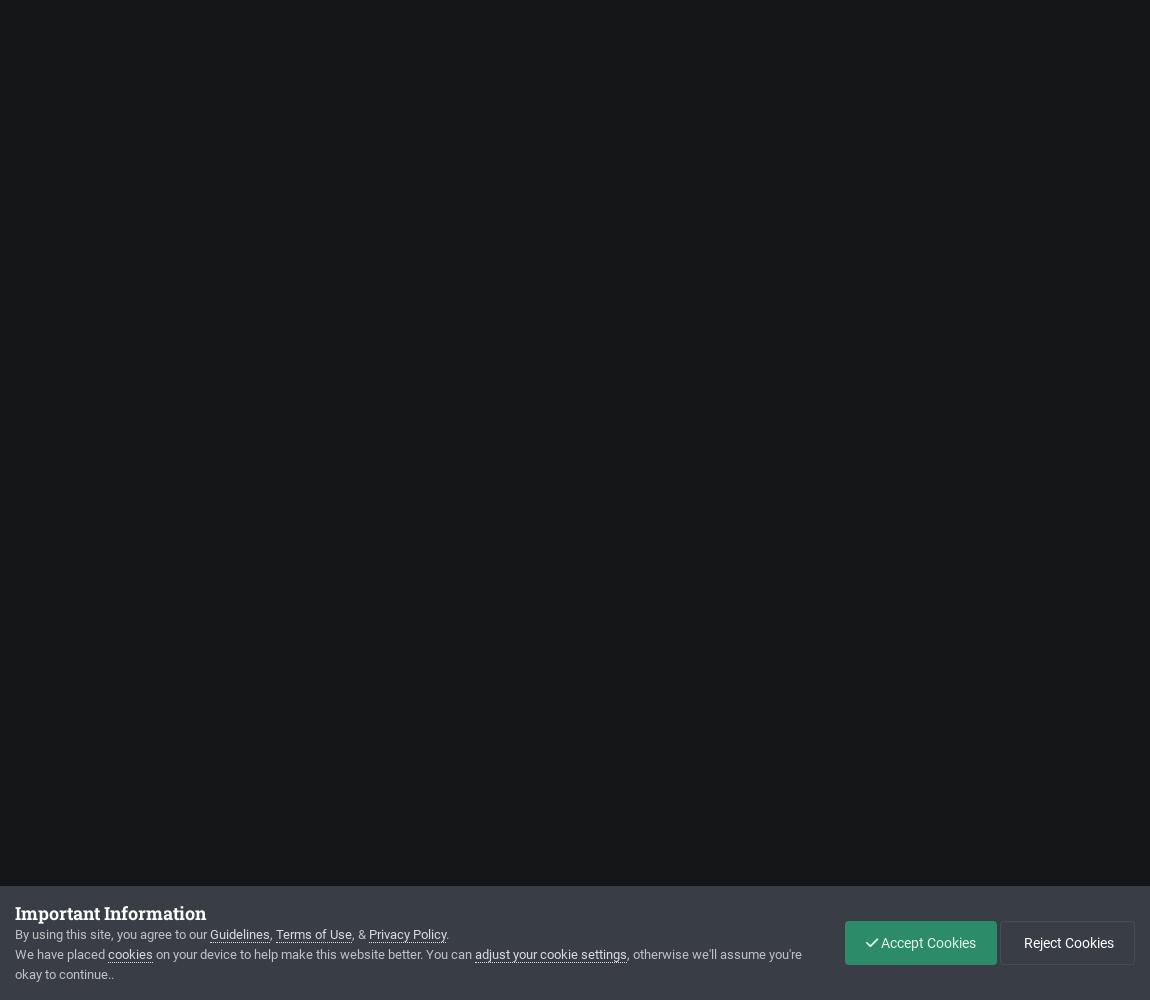 This screenshot has height=1000, width=1150. Describe the element at coordinates (129, 953) in the screenshot. I see `'cookies'` at that location.